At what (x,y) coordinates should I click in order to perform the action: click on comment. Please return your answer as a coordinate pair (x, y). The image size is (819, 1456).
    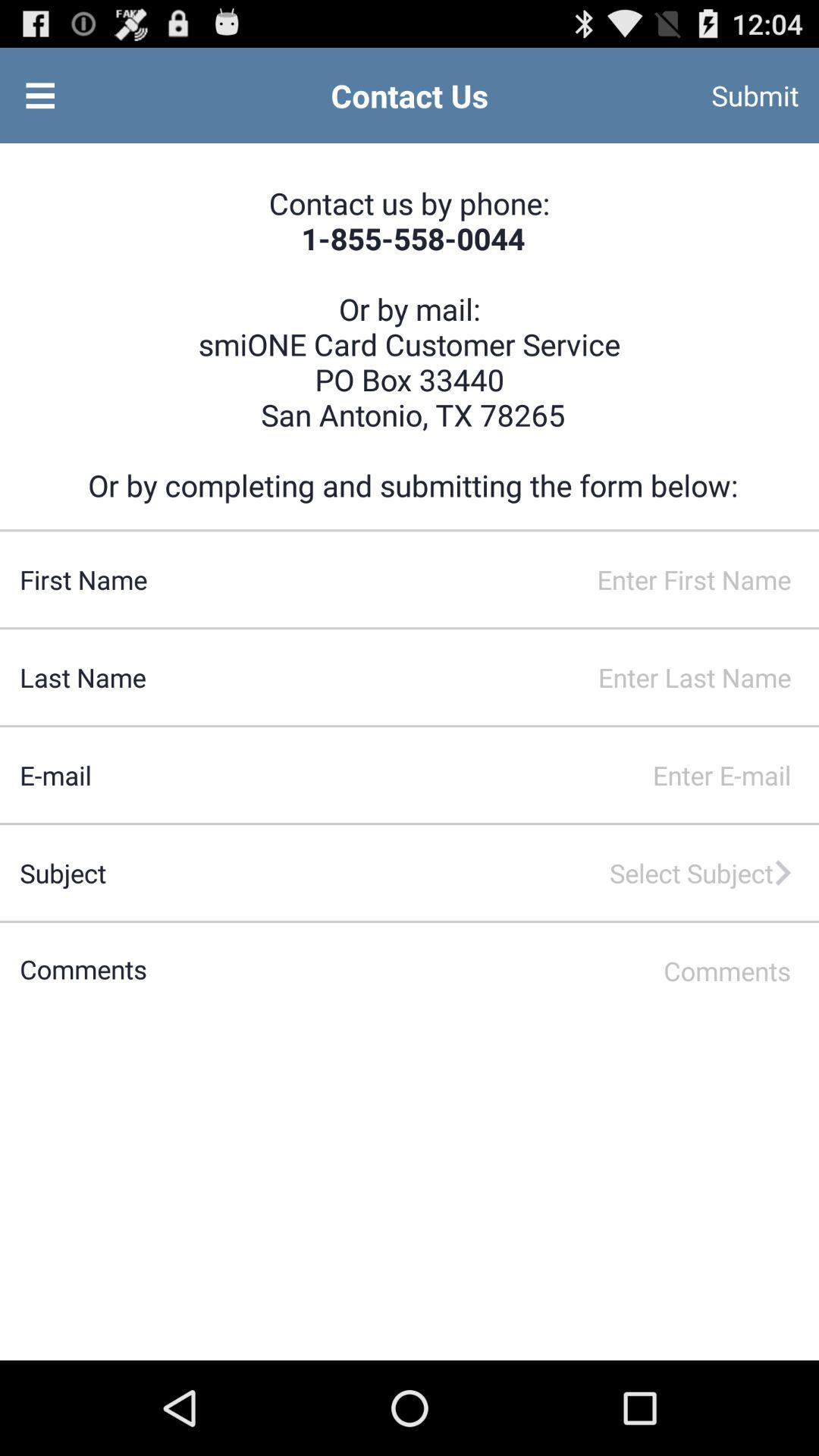
    Looking at the image, I should click on (483, 971).